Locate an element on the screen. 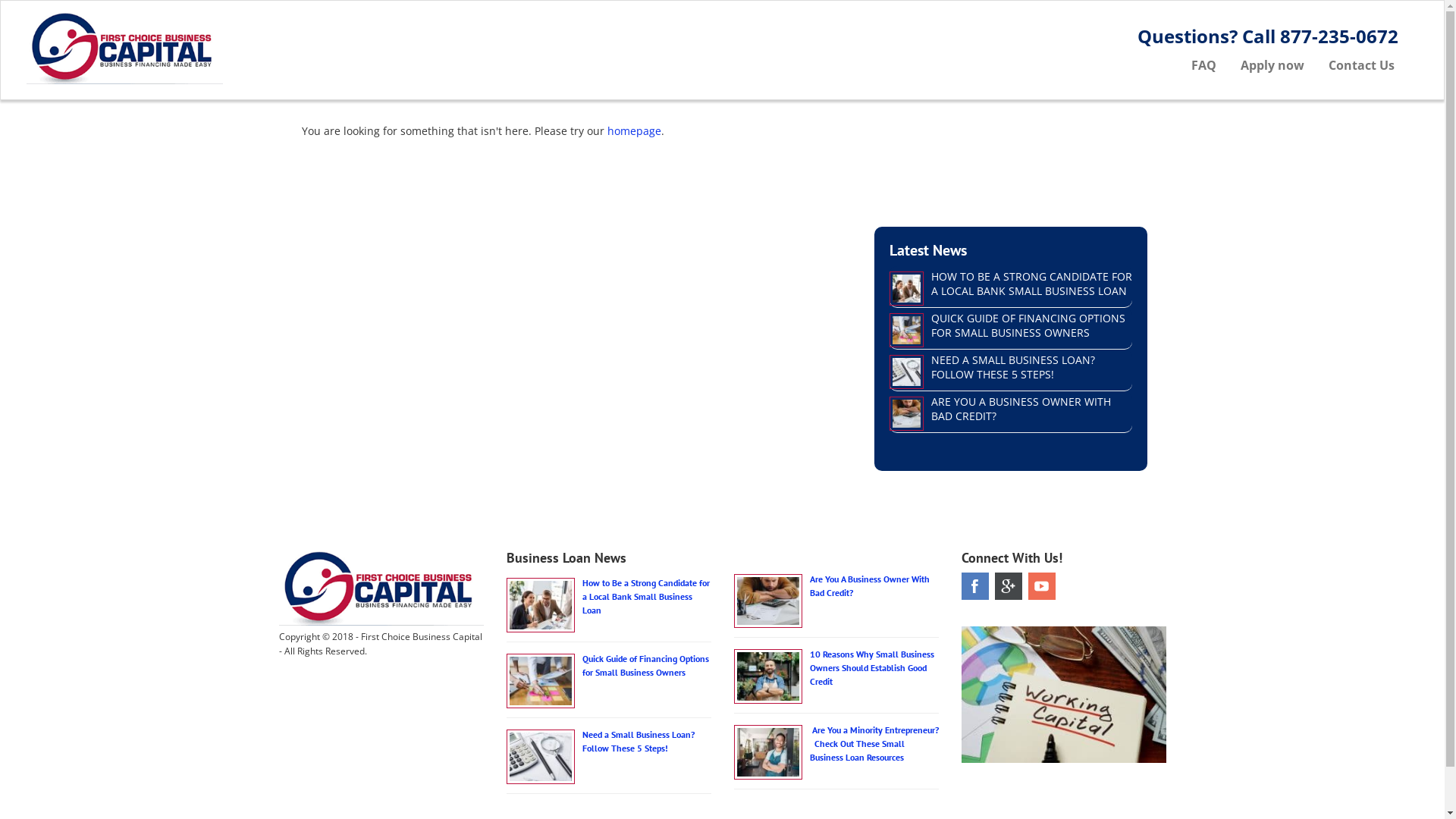 The image size is (1456, 819). 'QUICK GUIDE OF FINANCING OPTIONS FOR SMALL BUSINESS OWNERS' is located at coordinates (930, 324).